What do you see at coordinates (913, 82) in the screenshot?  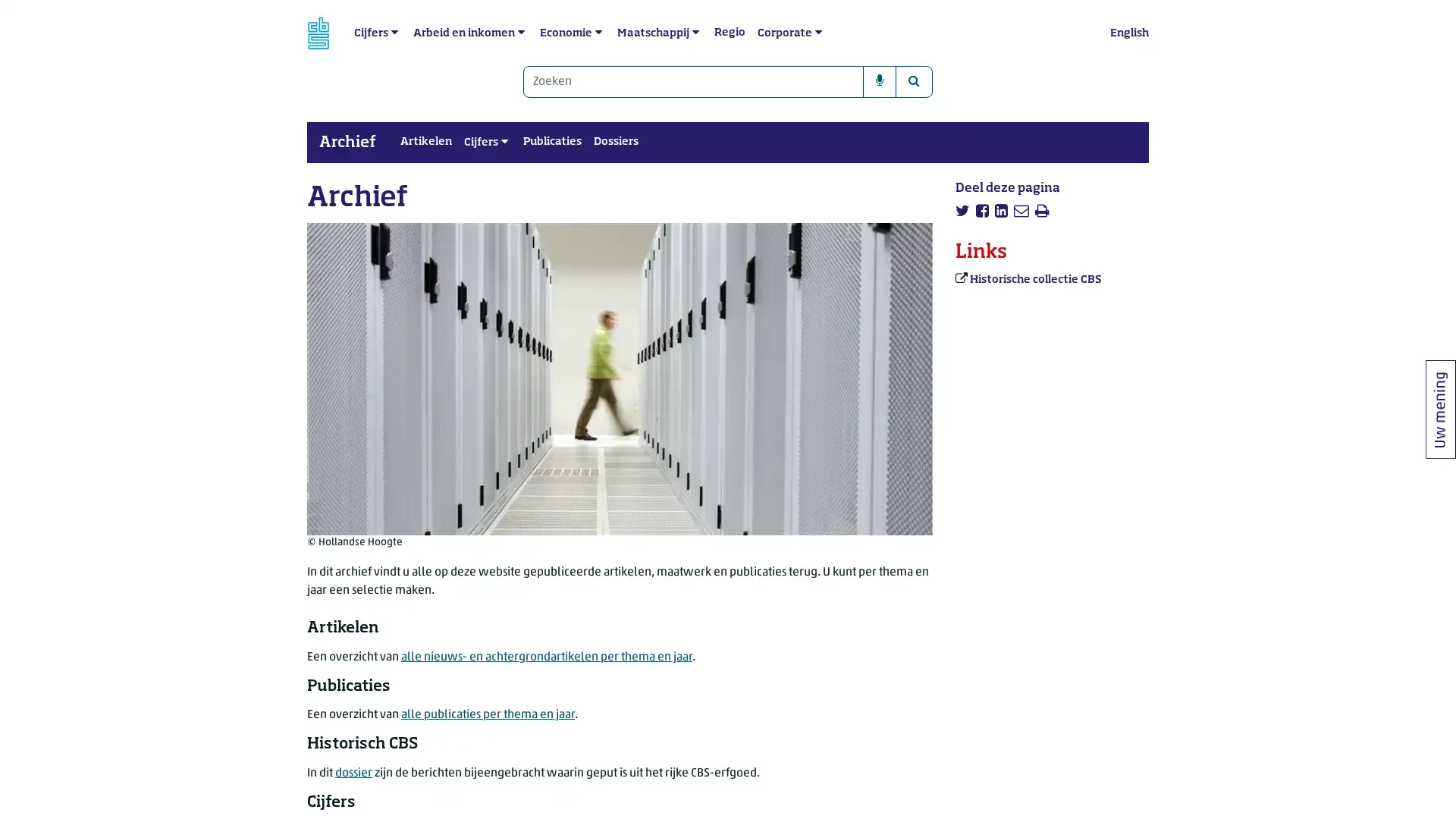 I see `Zoeken` at bounding box center [913, 82].